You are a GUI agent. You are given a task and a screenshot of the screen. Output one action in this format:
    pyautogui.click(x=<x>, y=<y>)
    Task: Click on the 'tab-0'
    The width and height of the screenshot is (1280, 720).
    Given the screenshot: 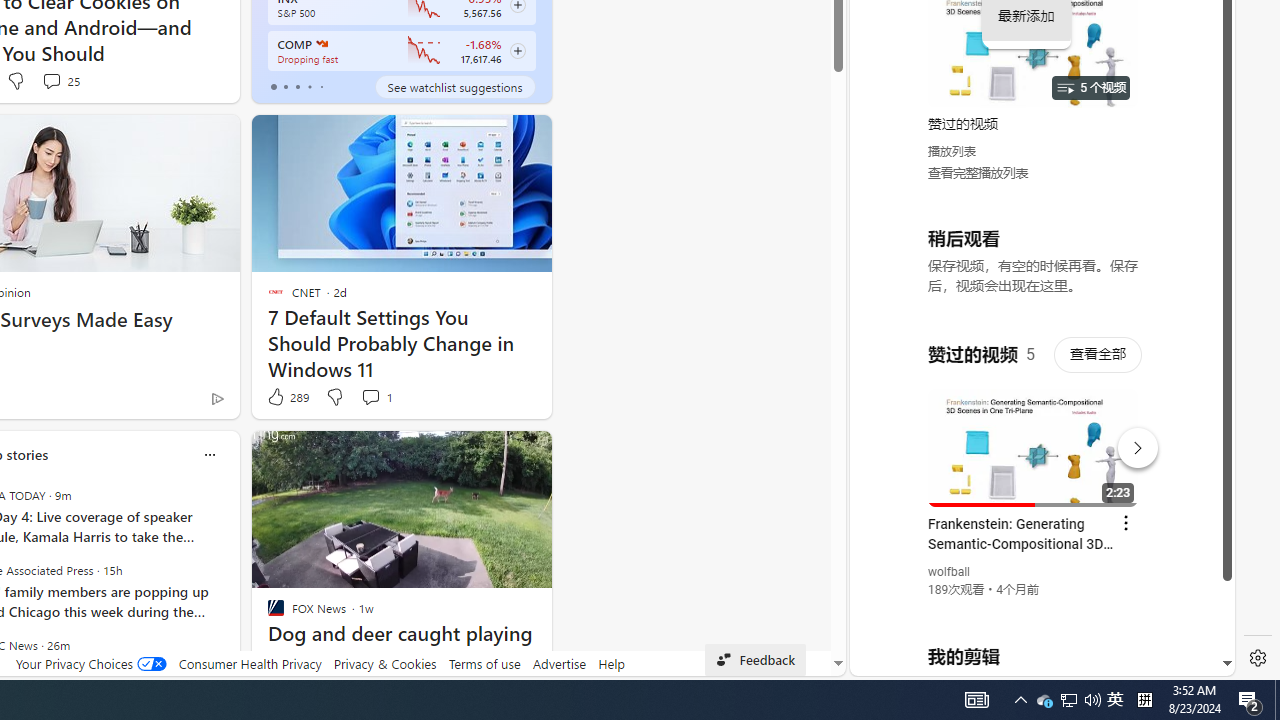 What is the action you would take?
    pyautogui.click(x=272, y=86)
    